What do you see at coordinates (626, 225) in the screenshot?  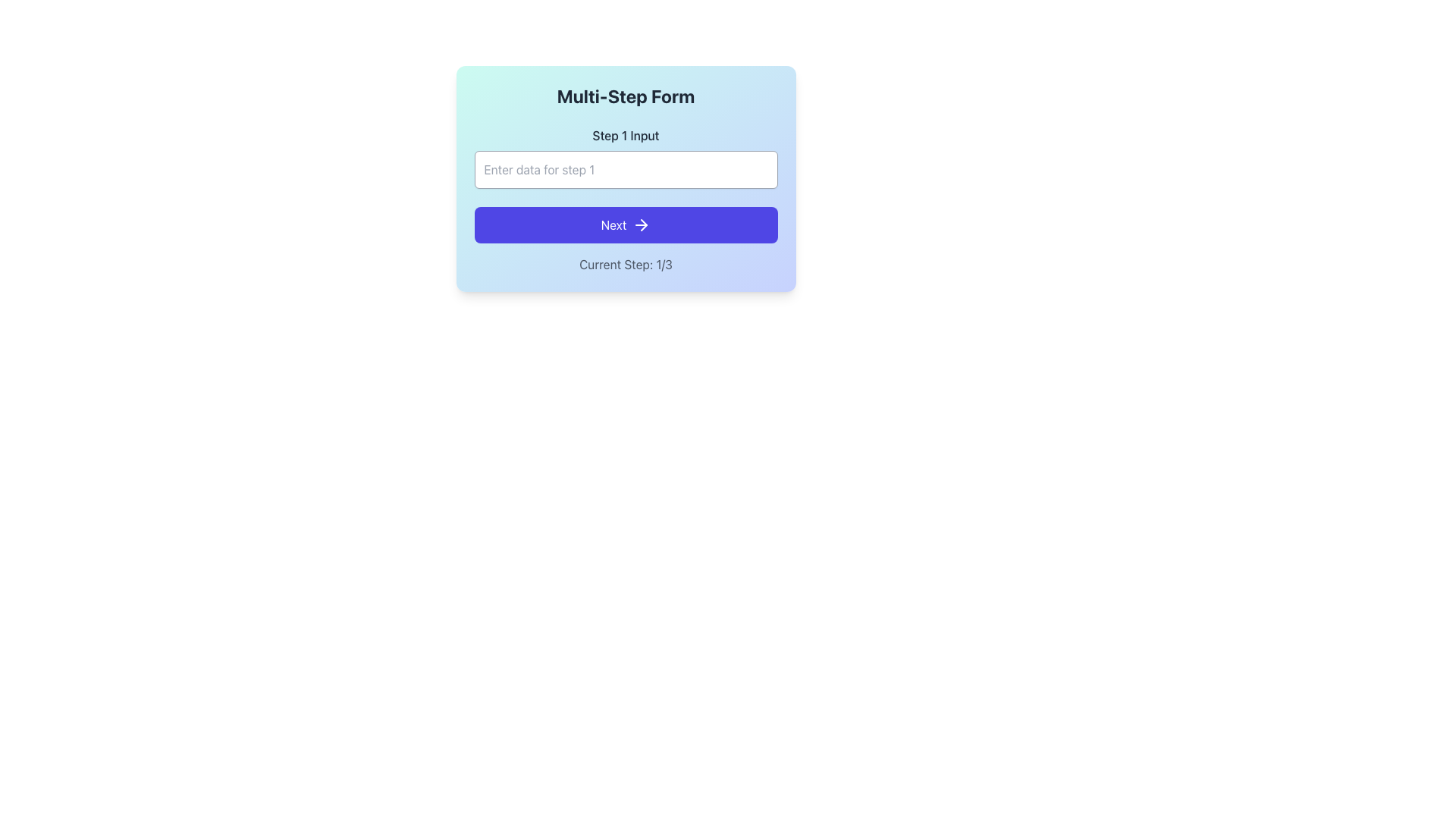 I see `the blue 'Next' button with rounded corners located below the input field to proceed to the next step of the form` at bounding box center [626, 225].